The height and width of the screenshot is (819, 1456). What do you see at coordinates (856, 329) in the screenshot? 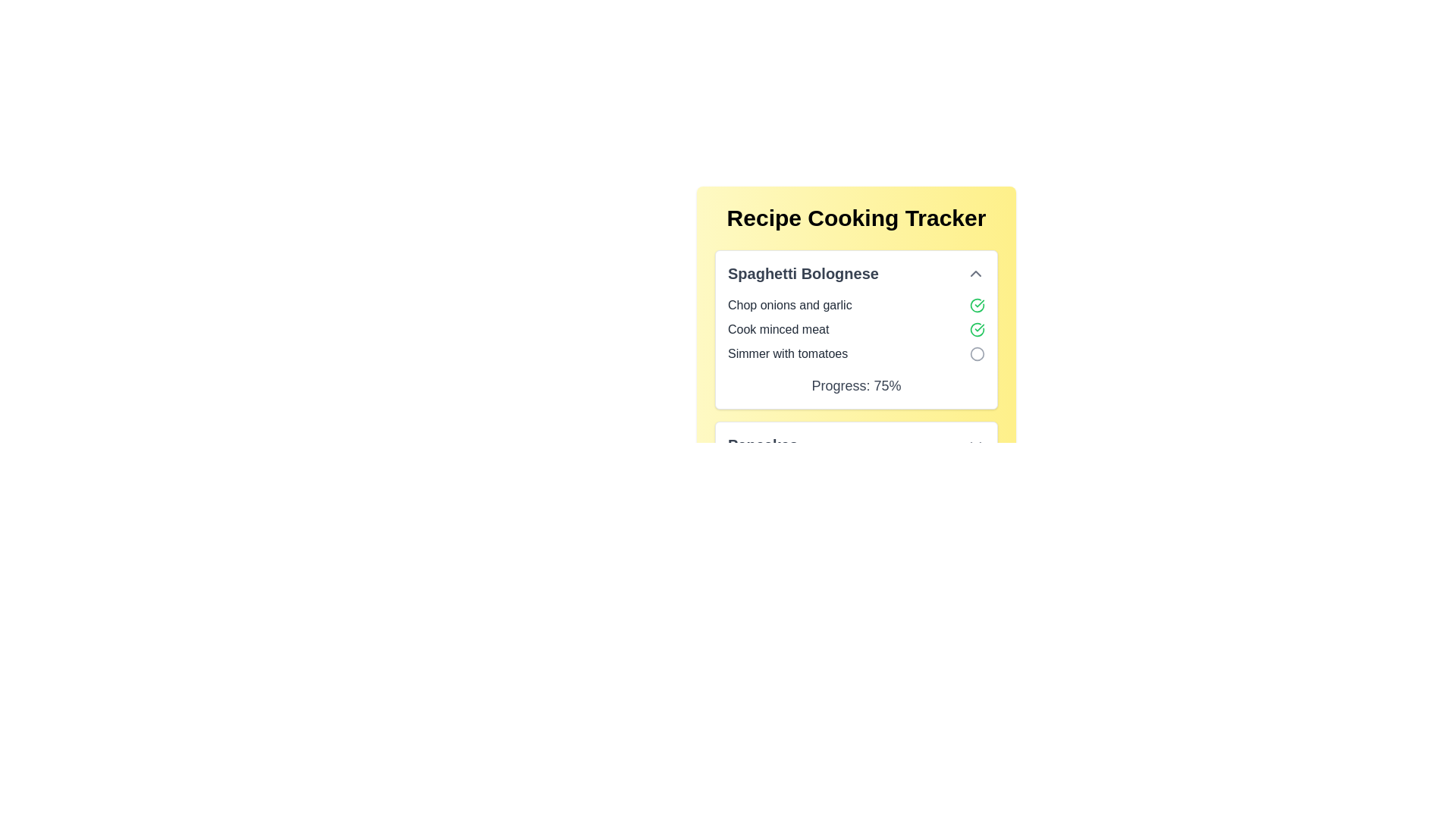
I see `the status indicator of the completed task in the to-do list for the recipe, which is the second item in a vertical list between 'Chop onions and garlic' and 'Simmer with tomatoes'` at bounding box center [856, 329].